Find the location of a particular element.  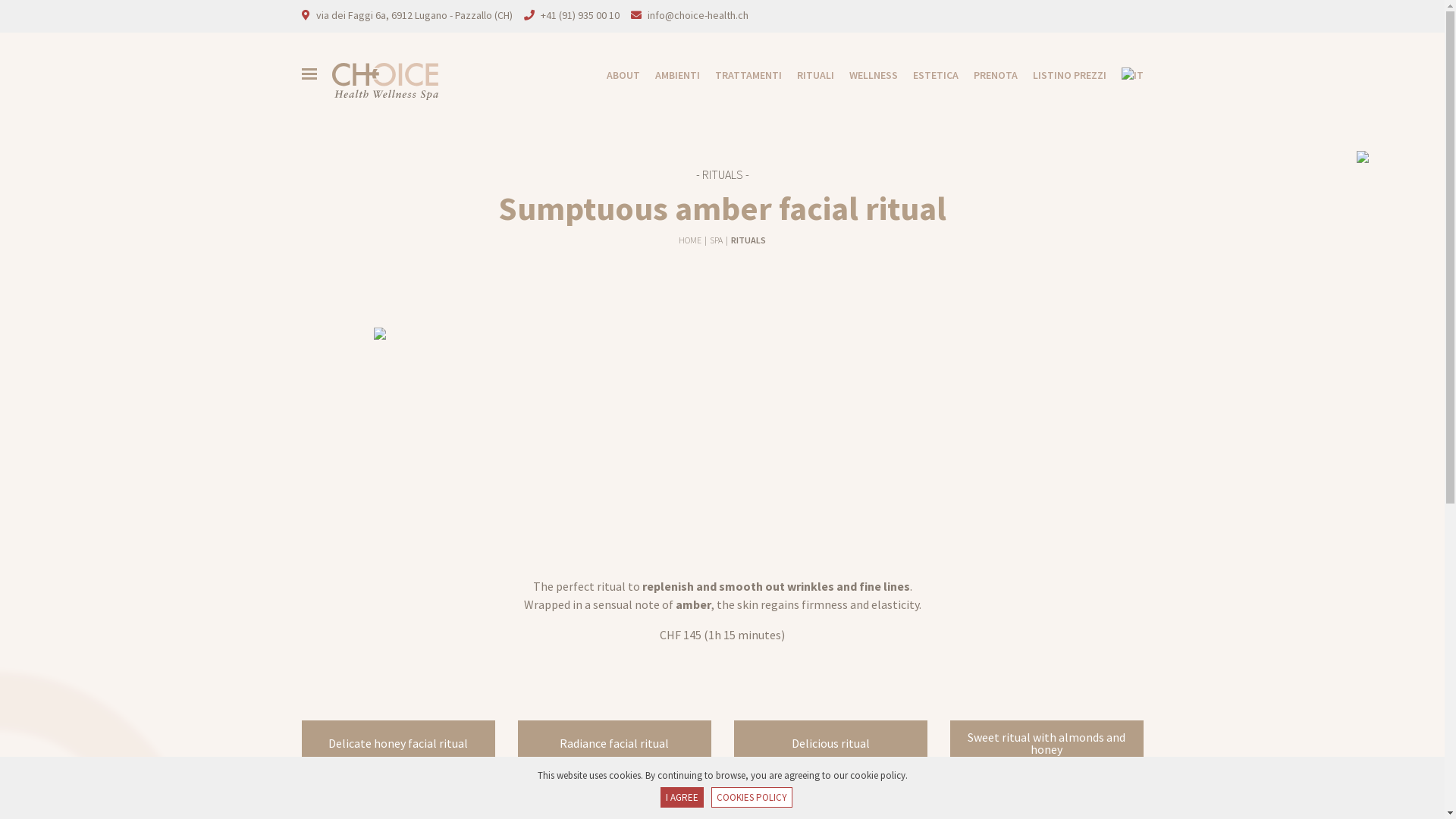

'ESTETICA' is located at coordinates (927, 75).